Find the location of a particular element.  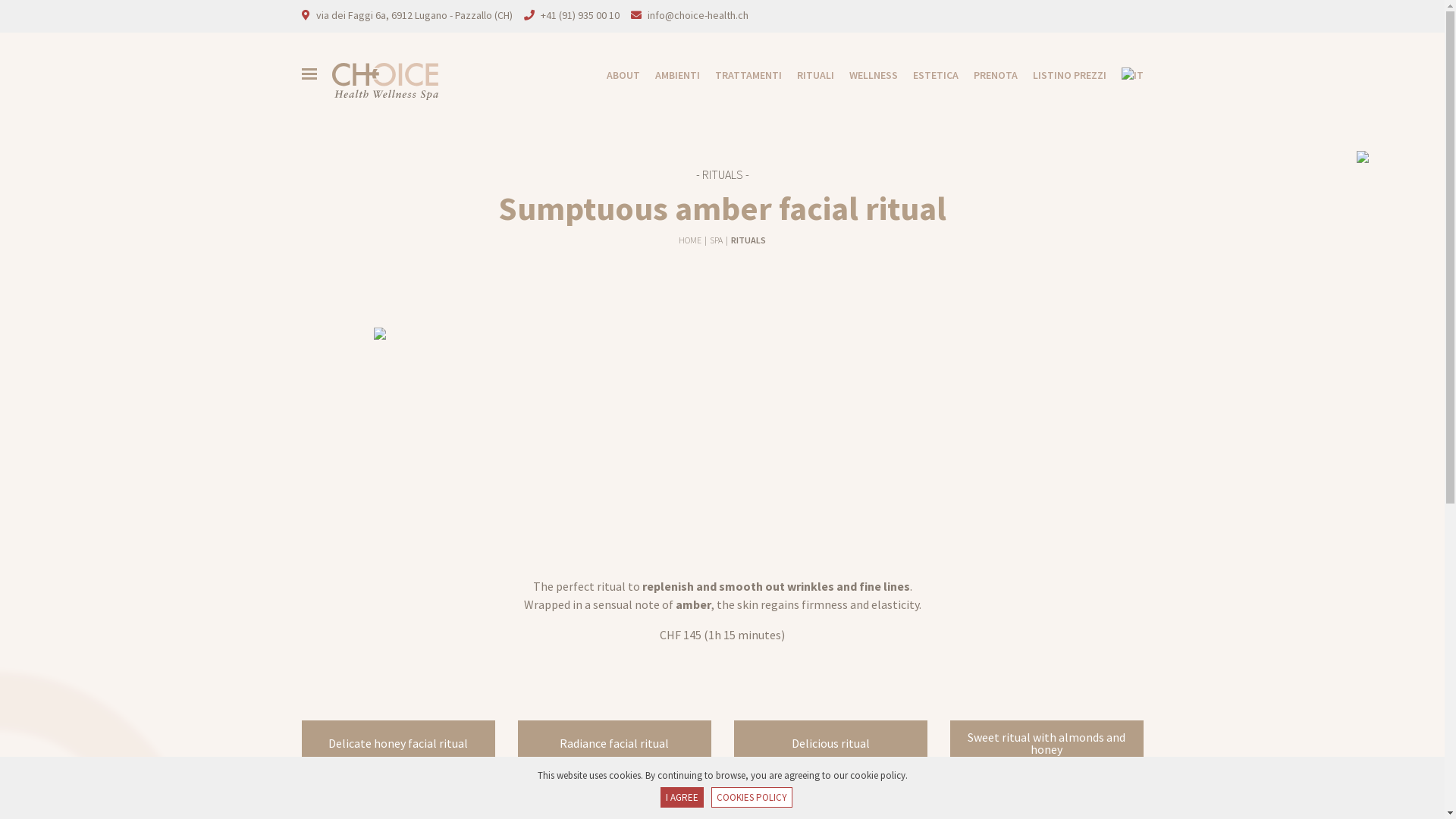

'ESTETICA' is located at coordinates (927, 75).